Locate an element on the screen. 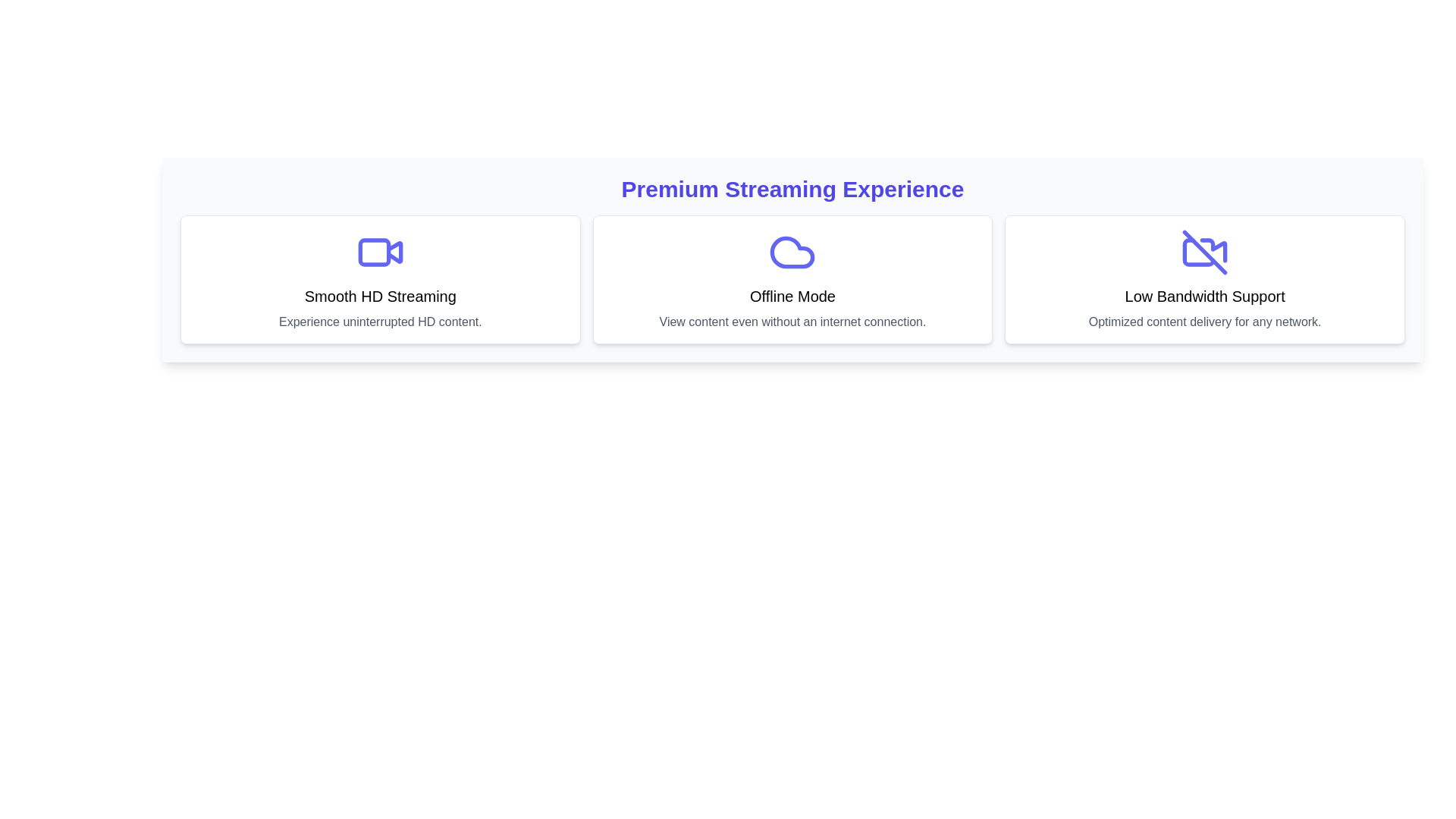  the static text element displaying 'Smooth HD Streaming', which is located within the first centered white card under a video icon in the Premium Streaming Experience section is located at coordinates (380, 296).